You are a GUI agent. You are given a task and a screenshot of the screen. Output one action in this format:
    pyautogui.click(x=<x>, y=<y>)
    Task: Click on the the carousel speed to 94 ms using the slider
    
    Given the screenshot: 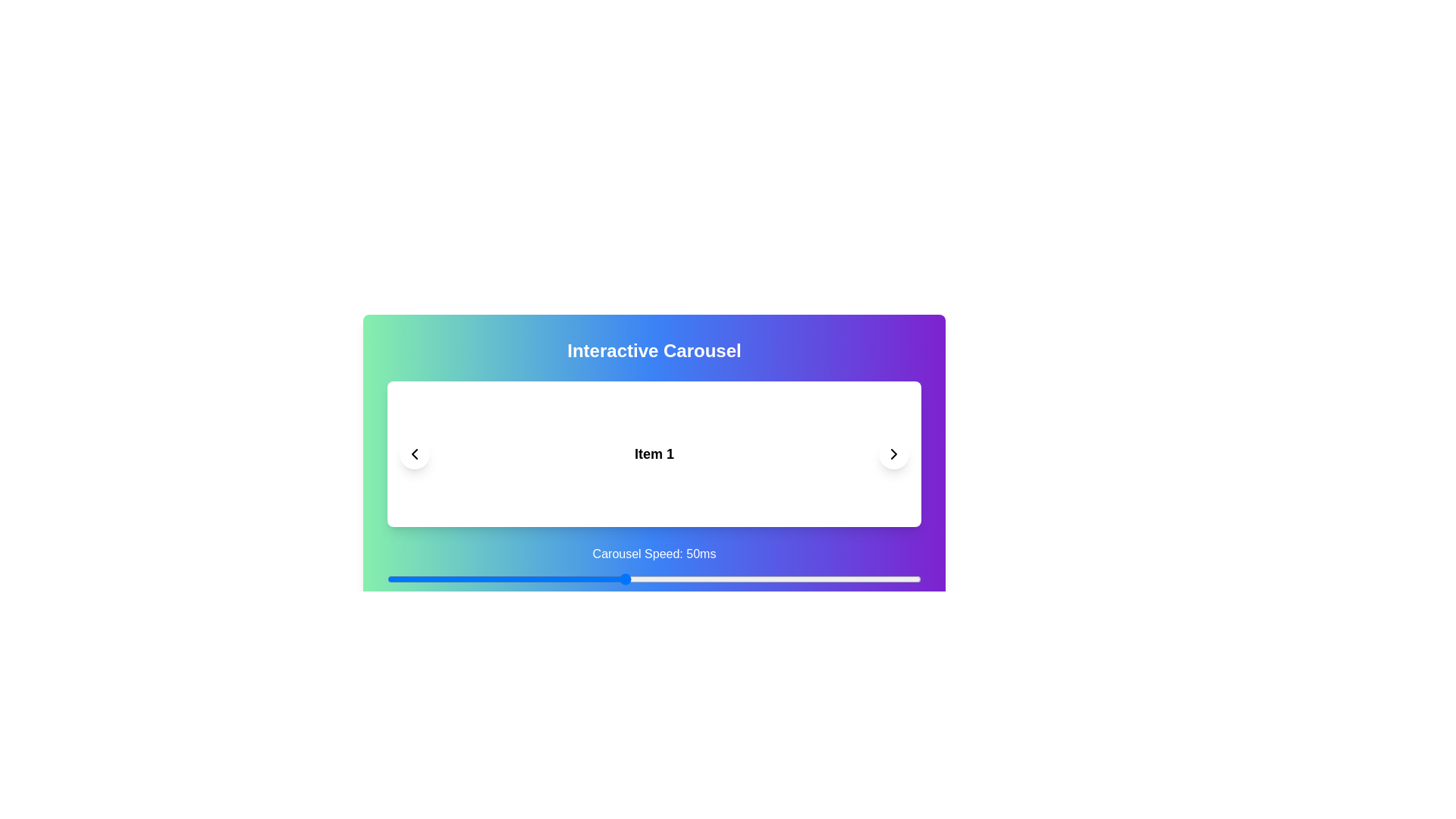 What is the action you would take?
    pyautogui.click(x=886, y=579)
    